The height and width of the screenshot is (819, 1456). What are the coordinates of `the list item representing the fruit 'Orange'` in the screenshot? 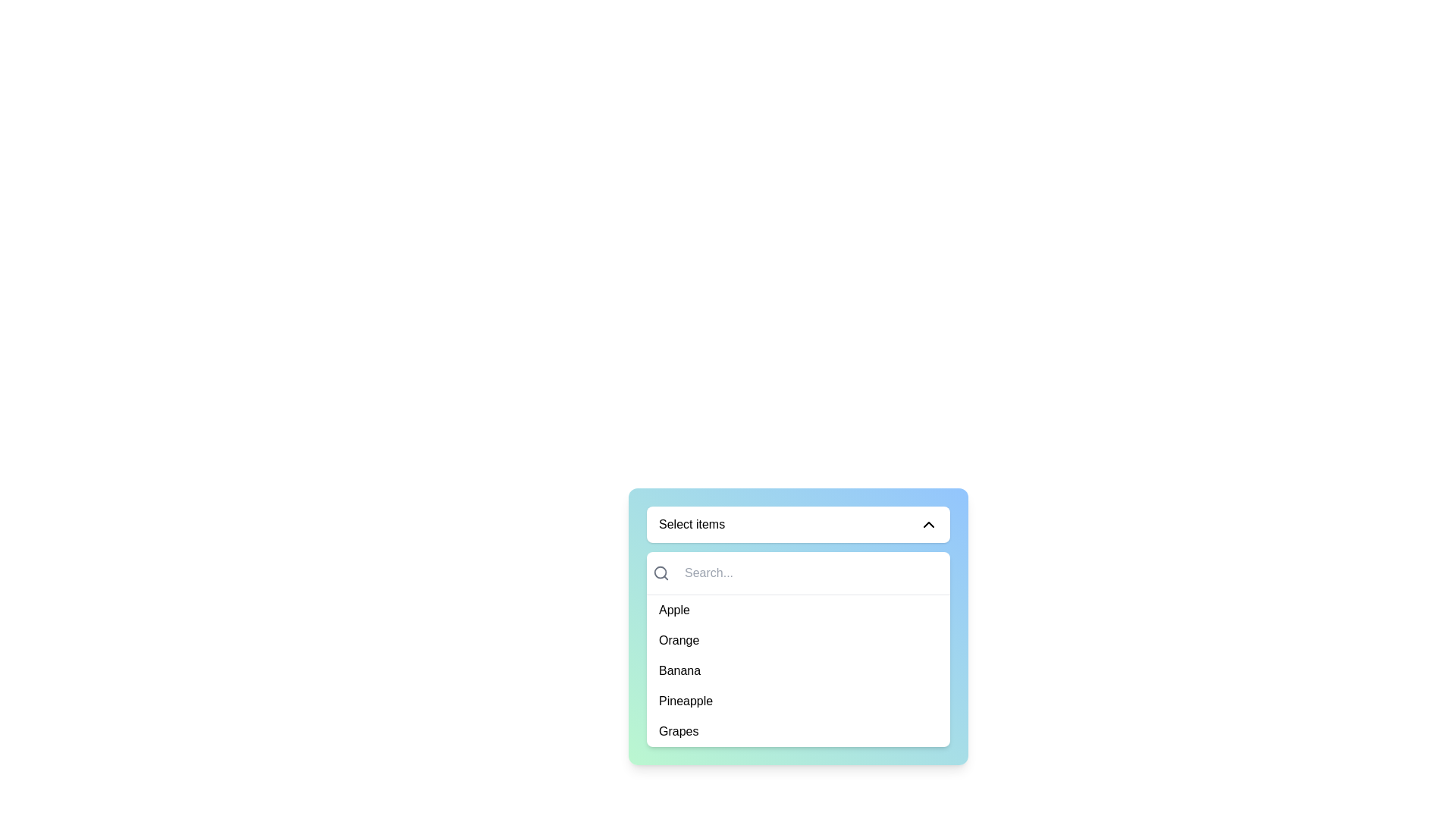 It's located at (797, 640).